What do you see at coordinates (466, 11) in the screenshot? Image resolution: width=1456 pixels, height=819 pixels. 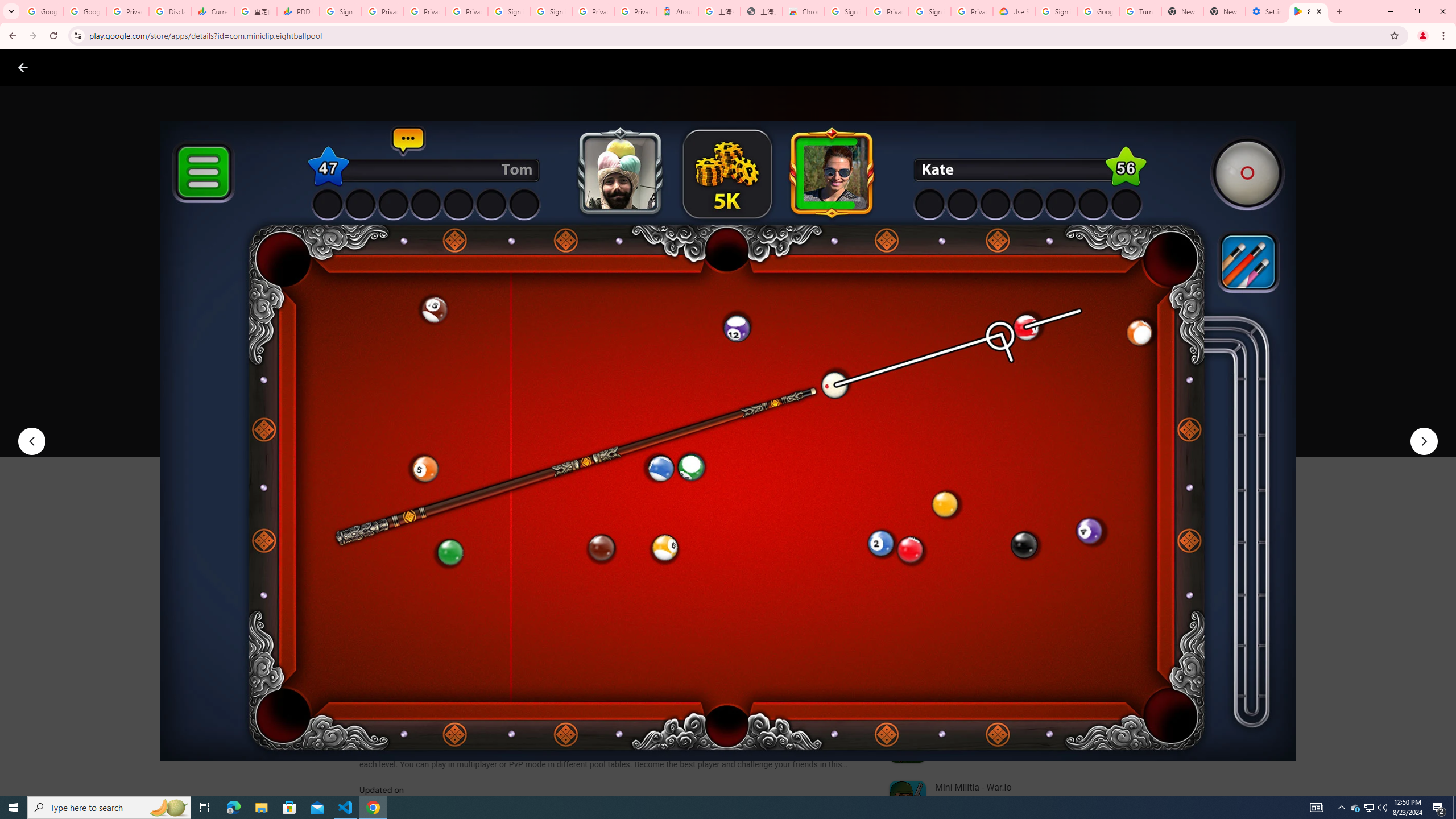 I see `'Privacy Checkup'` at bounding box center [466, 11].